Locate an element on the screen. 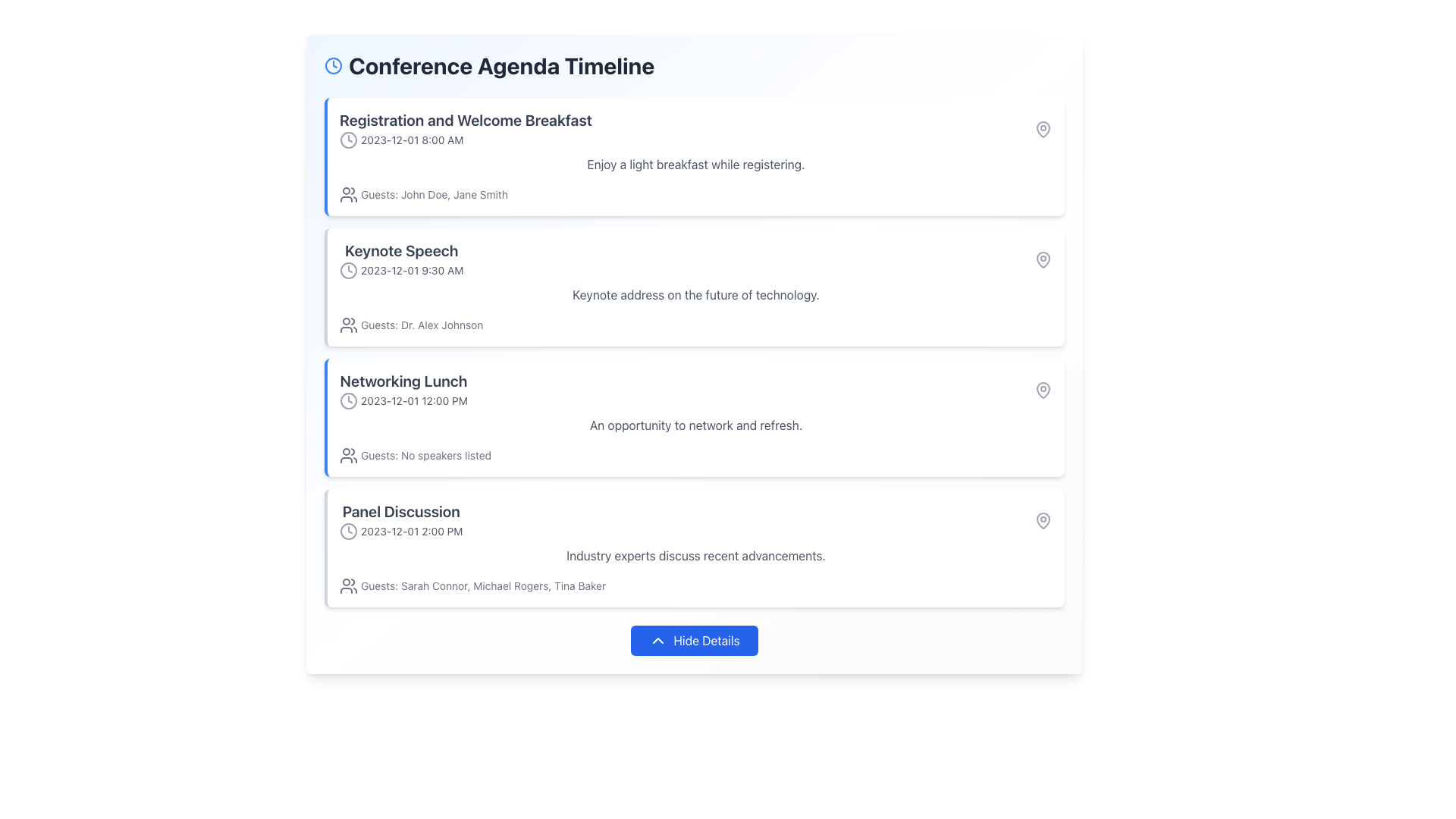 Image resolution: width=1456 pixels, height=819 pixels. the small gray clock icon located in the fourth section labeled 'Panel Discussion' in the timeline interface, situated to the left of the text '2023-12-01 2:00 PM' is located at coordinates (348, 531).